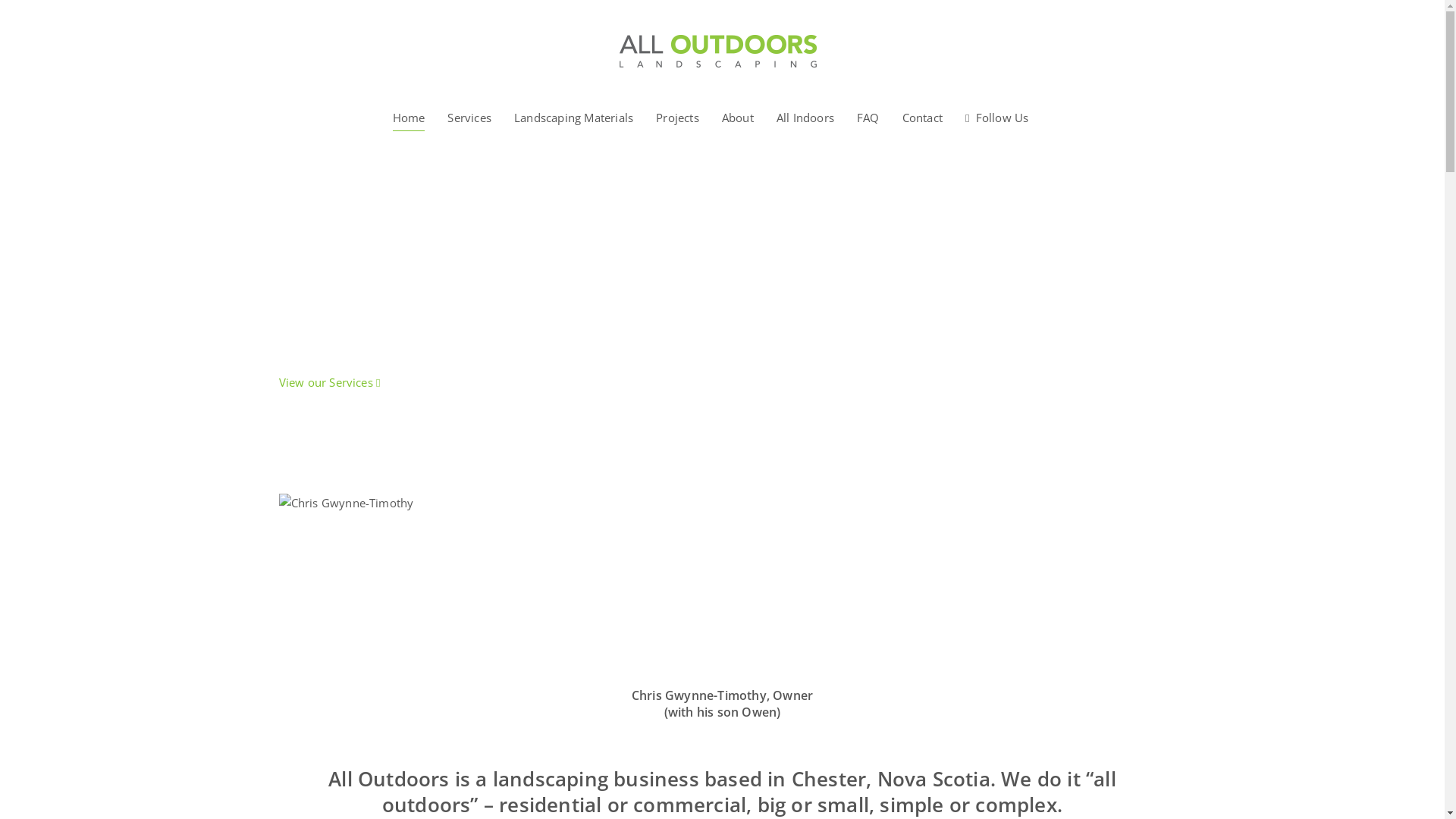 The width and height of the screenshot is (1456, 819). What do you see at coordinates (409, 116) in the screenshot?
I see `'Home'` at bounding box center [409, 116].